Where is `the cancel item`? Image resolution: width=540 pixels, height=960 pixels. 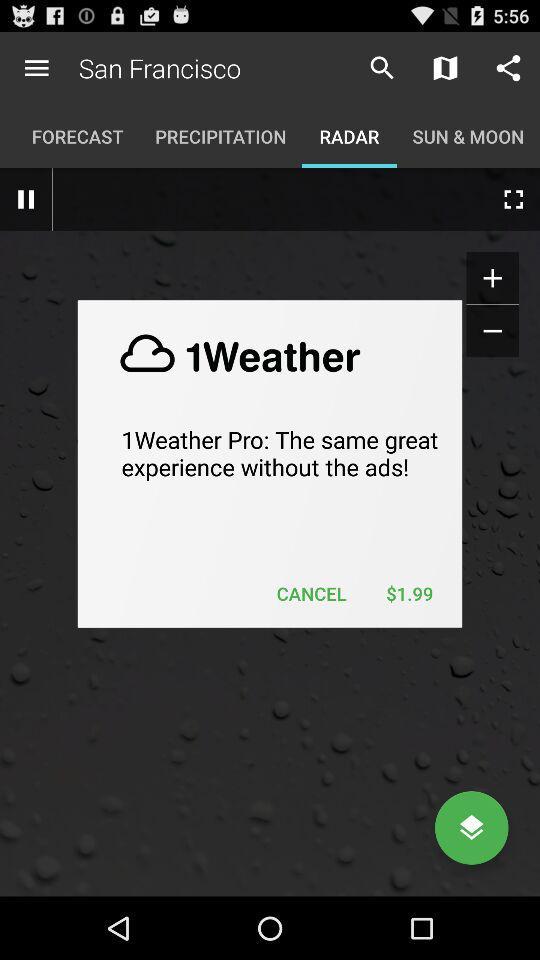 the cancel item is located at coordinates (311, 593).